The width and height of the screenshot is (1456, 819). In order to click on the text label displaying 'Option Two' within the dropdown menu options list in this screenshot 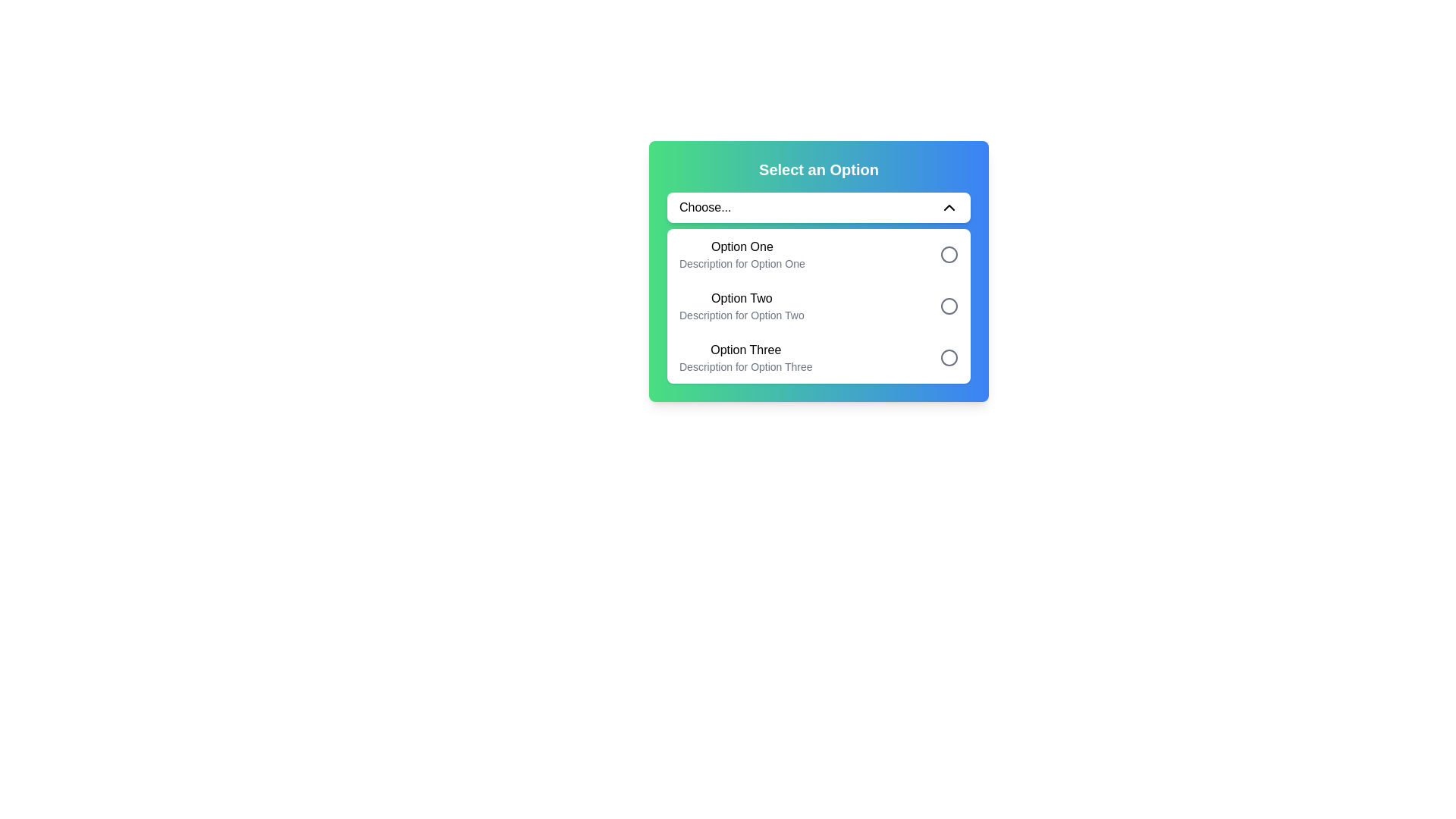, I will do `click(742, 298)`.